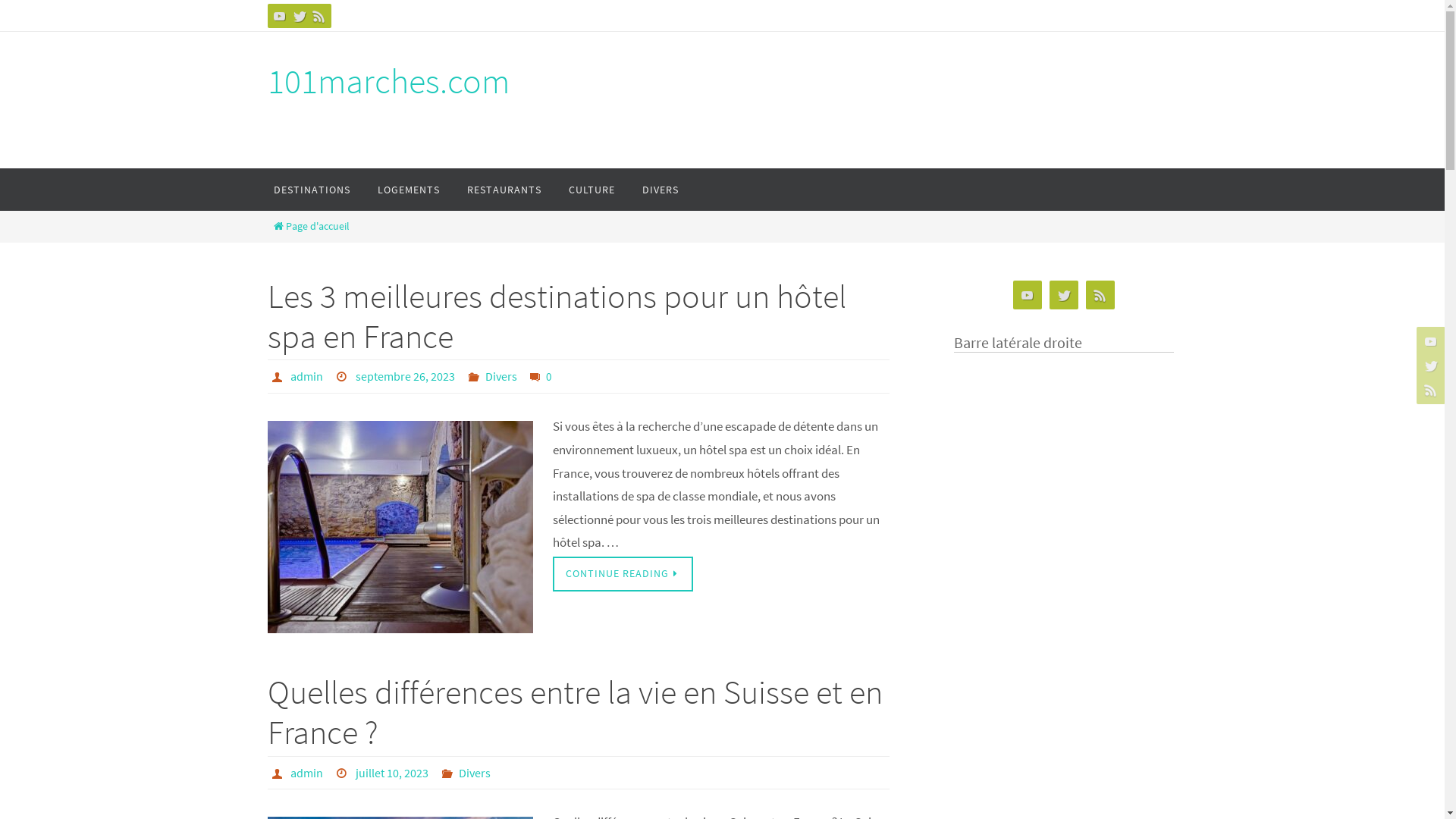 The height and width of the screenshot is (819, 1456). Describe the element at coordinates (457, 773) in the screenshot. I see `'Divers'` at that location.